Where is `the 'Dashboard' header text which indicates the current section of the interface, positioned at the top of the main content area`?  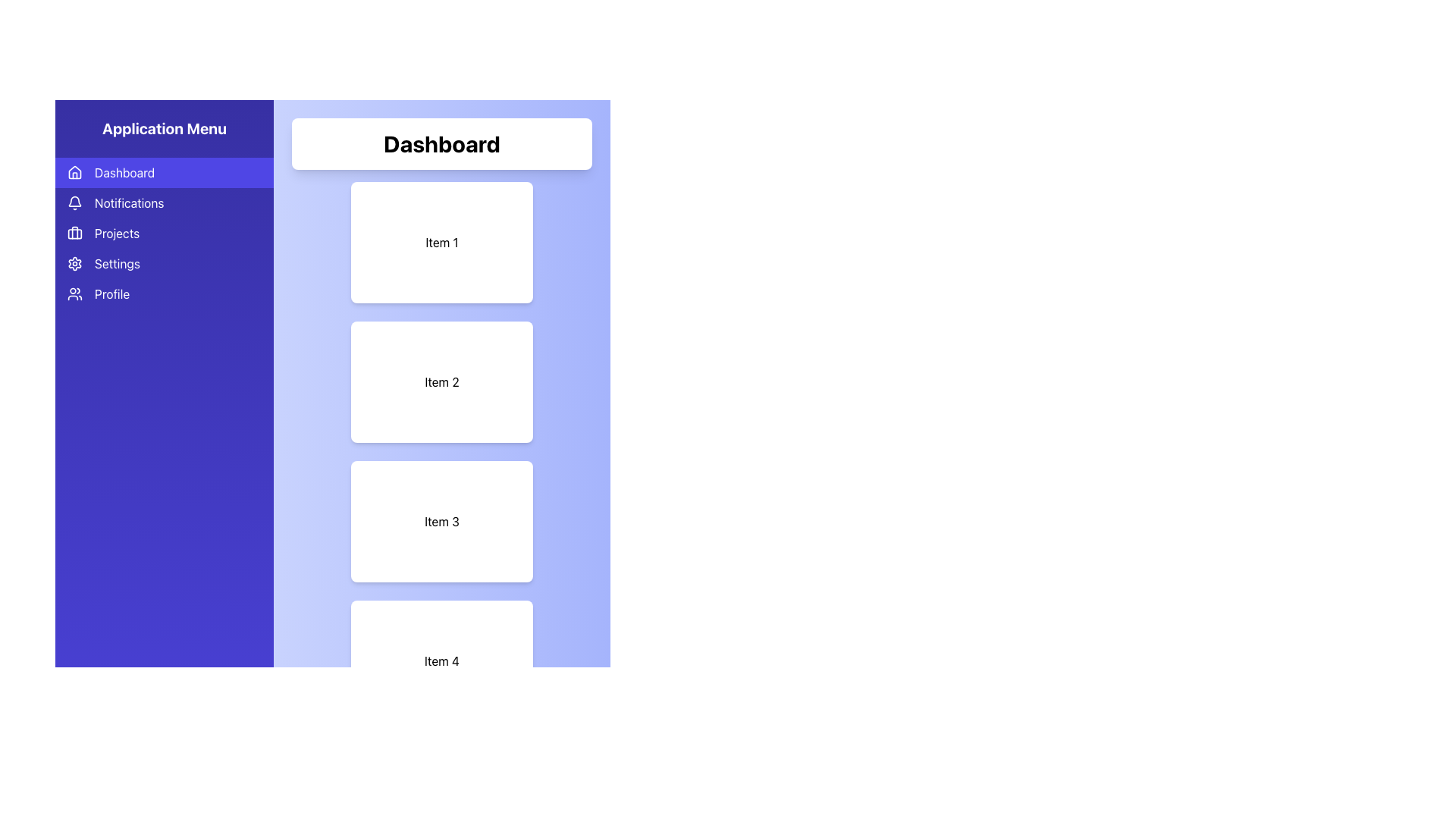
the 'Dashboard' header text which indicates the current section of the interface, positioned at the top of the main content area is located at coordinates (441, 143).